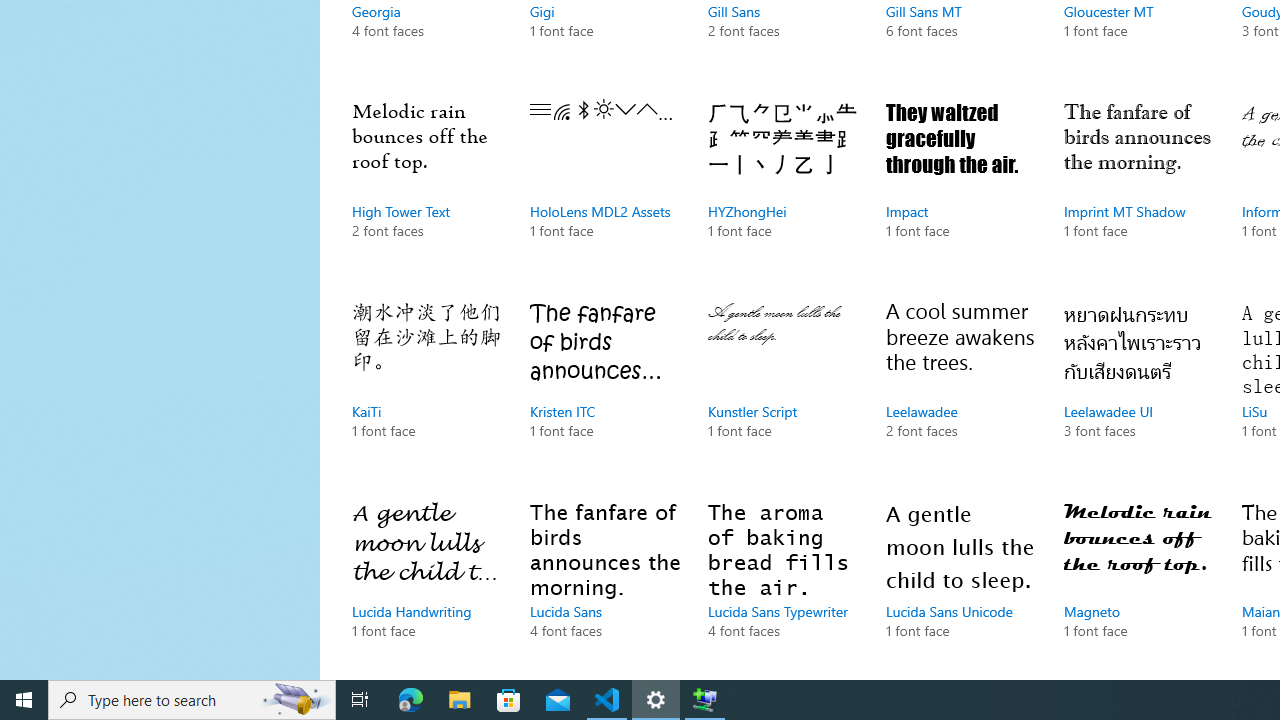  I want to click on 'Lucida Sans Typewriter, 4 font faces', so click(782, 585).